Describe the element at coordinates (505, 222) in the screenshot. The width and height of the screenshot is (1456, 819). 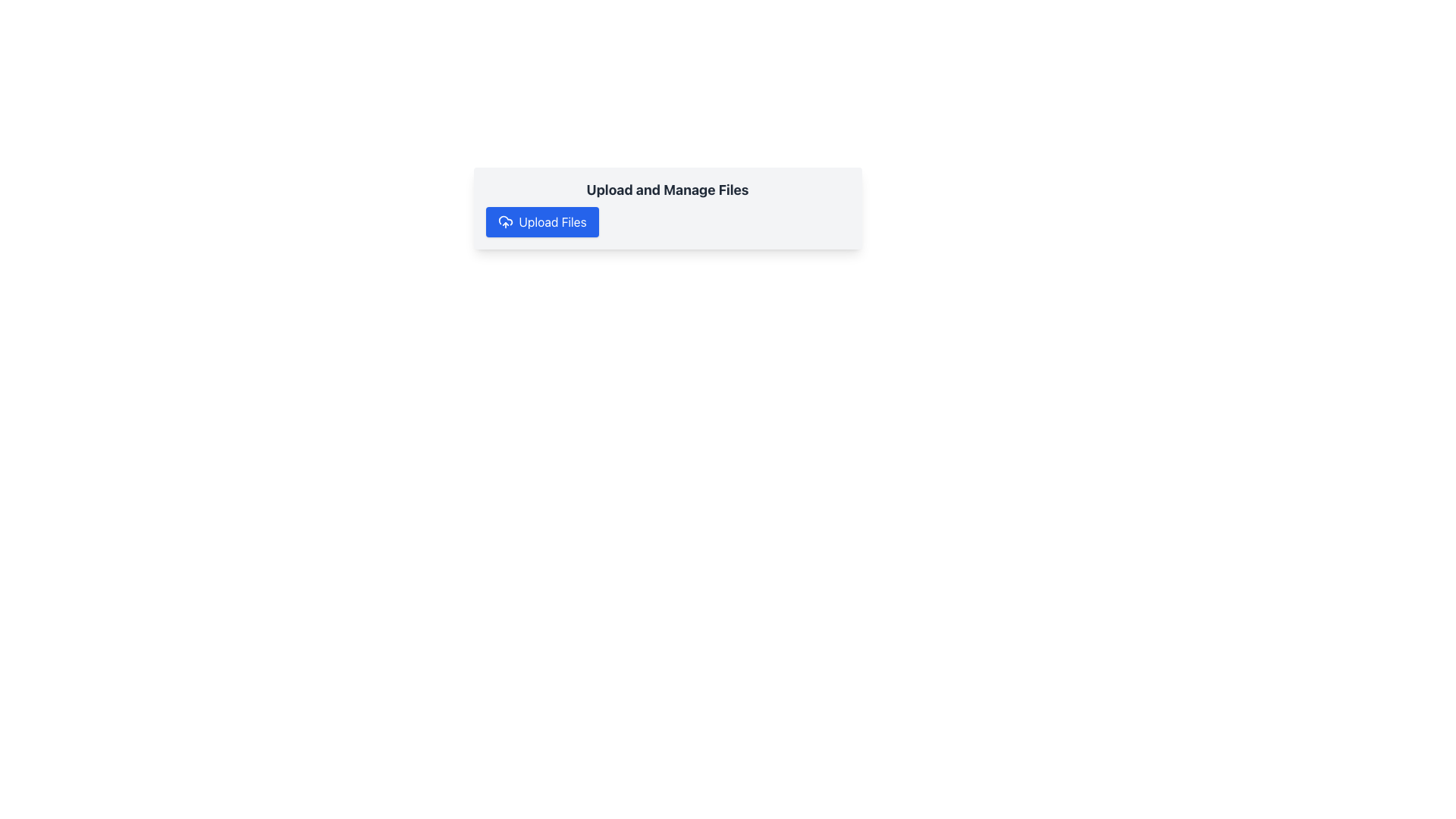
I see `the button that includes the upload icon and the text 'Upload Files' to initiate the file upload process` at that location.